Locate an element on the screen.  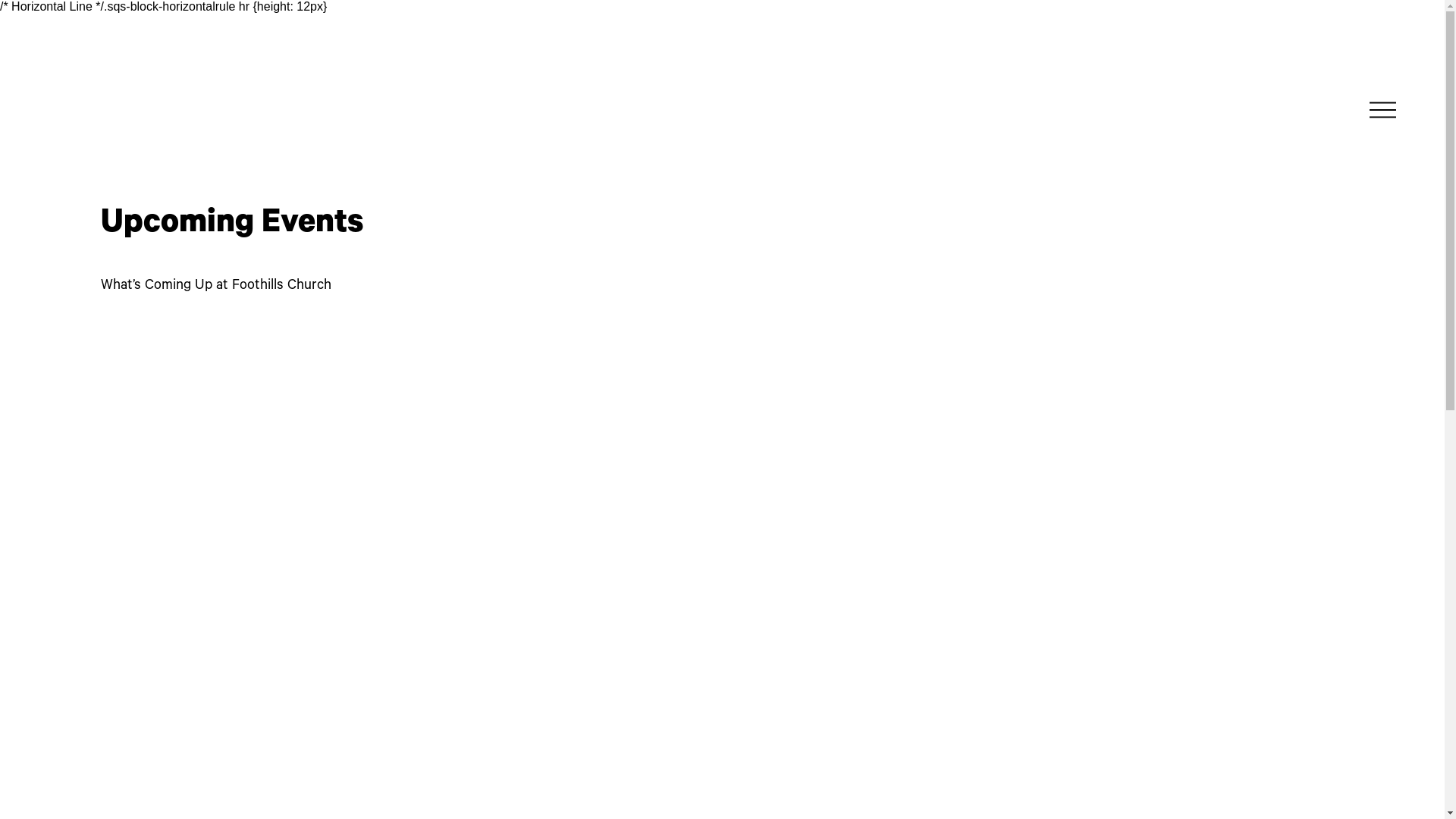
'Open Menu' is located at coordinates (1365, 108).